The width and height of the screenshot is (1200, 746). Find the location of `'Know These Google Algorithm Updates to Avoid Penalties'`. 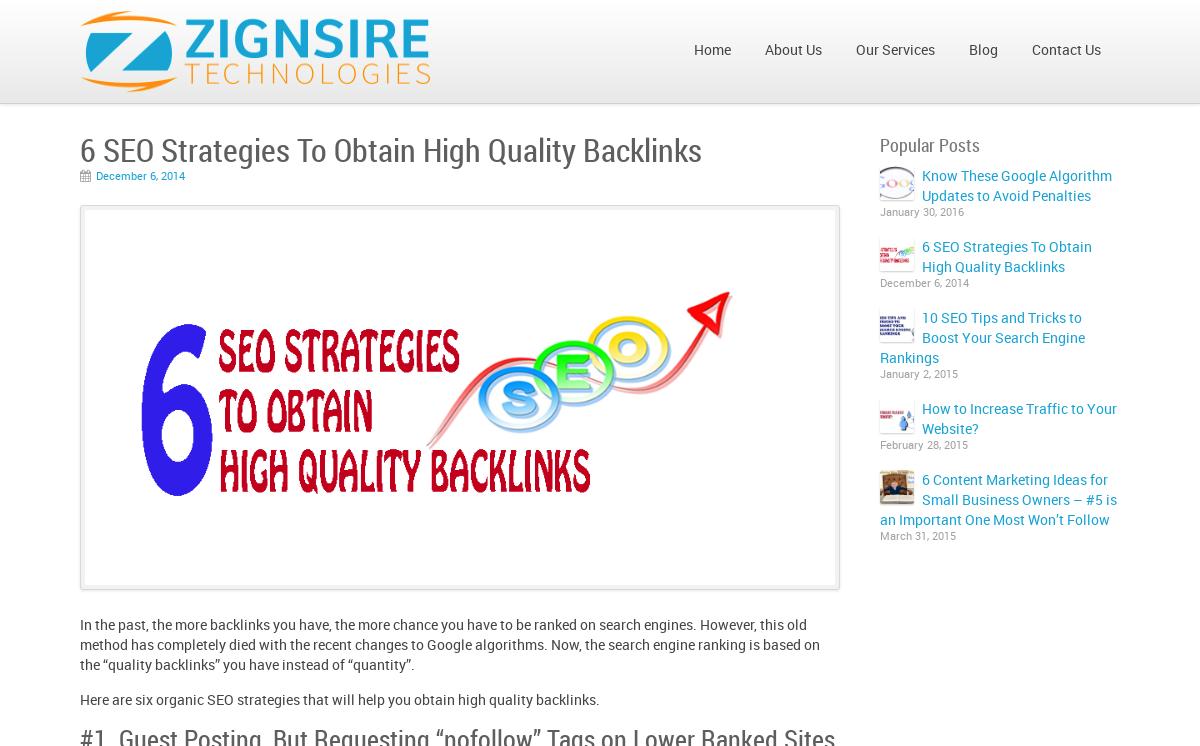

'Know These Google Algorithm Updates to Avoid Penalties' is located at coordinates (921, 185).